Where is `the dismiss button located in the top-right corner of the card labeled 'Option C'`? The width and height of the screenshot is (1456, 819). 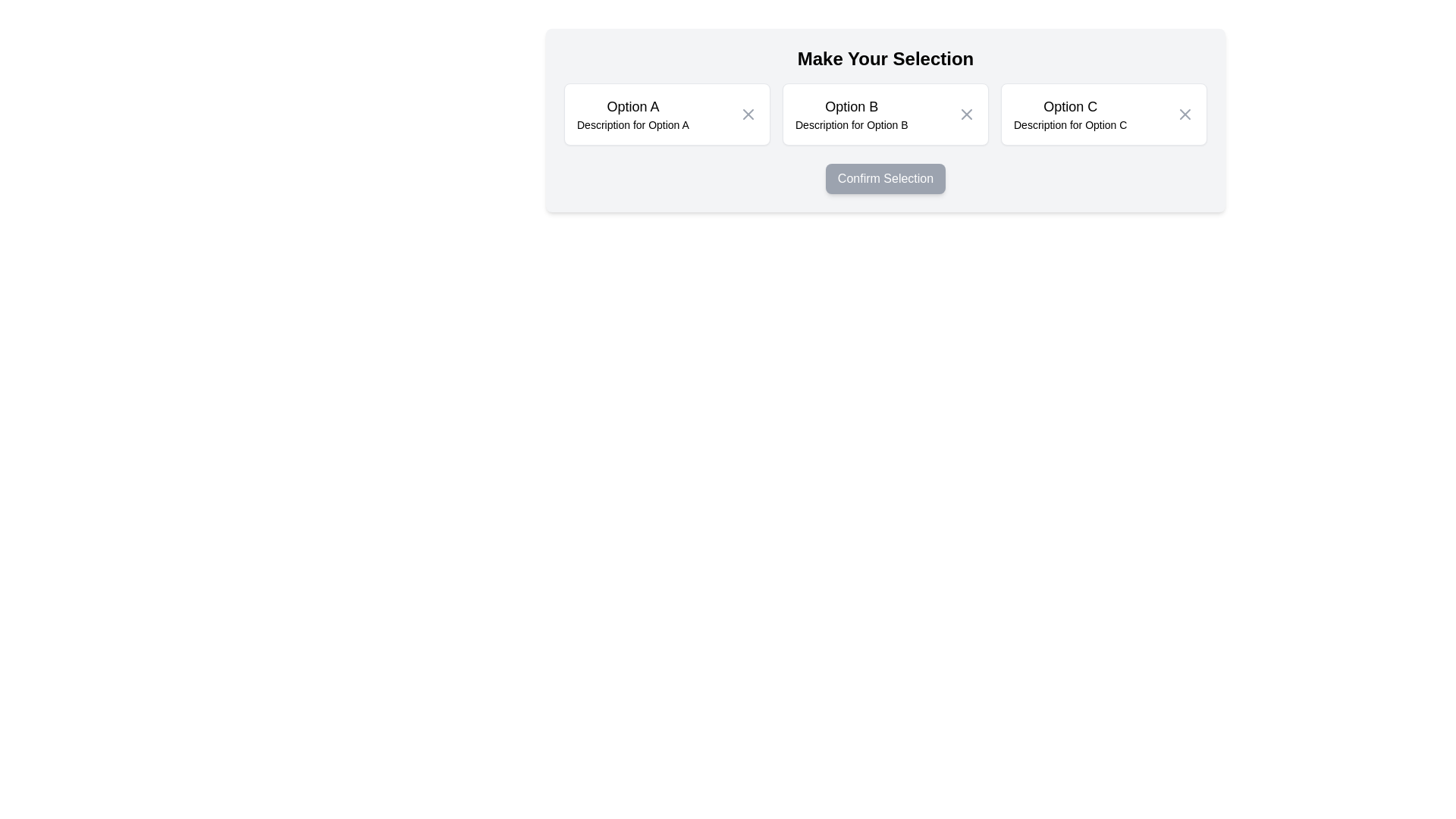
the dismiss button located in the top-right corner of the card labeled 'Option C' is located at coordinates (1185, 113).